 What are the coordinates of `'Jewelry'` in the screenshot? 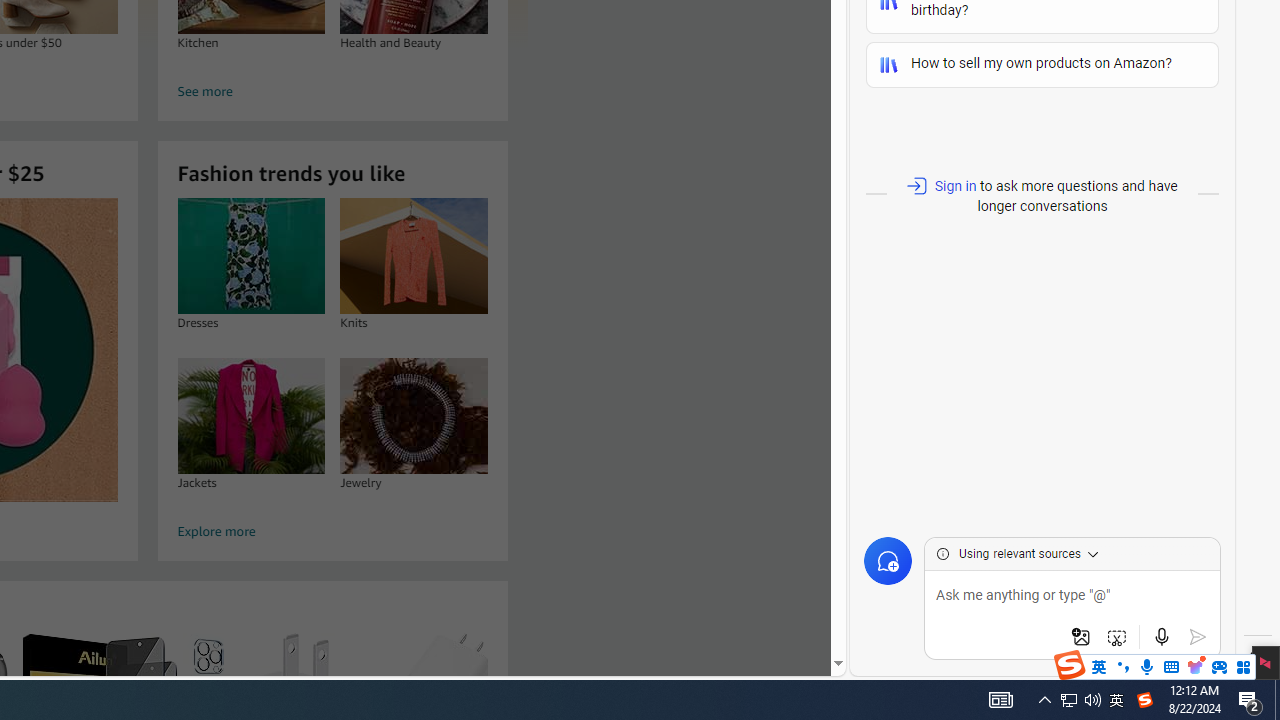 It's located at (413, 414).